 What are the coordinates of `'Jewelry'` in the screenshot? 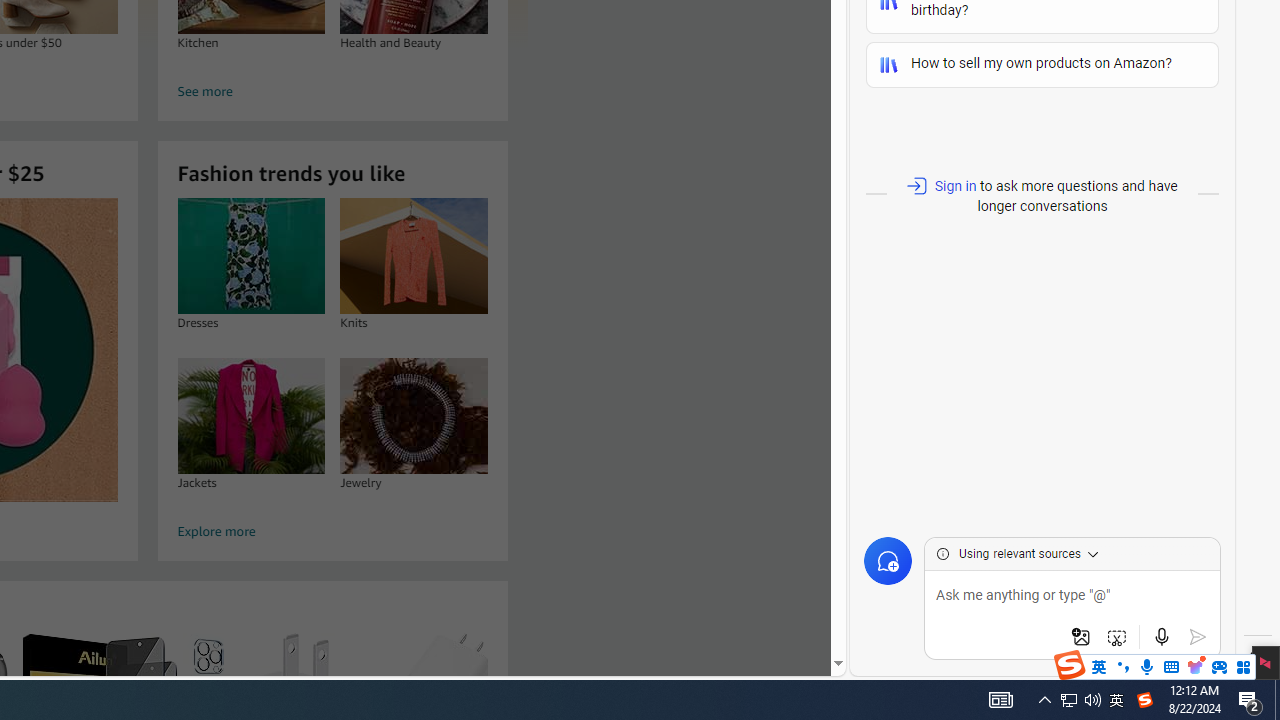 It's located at (413, 414).